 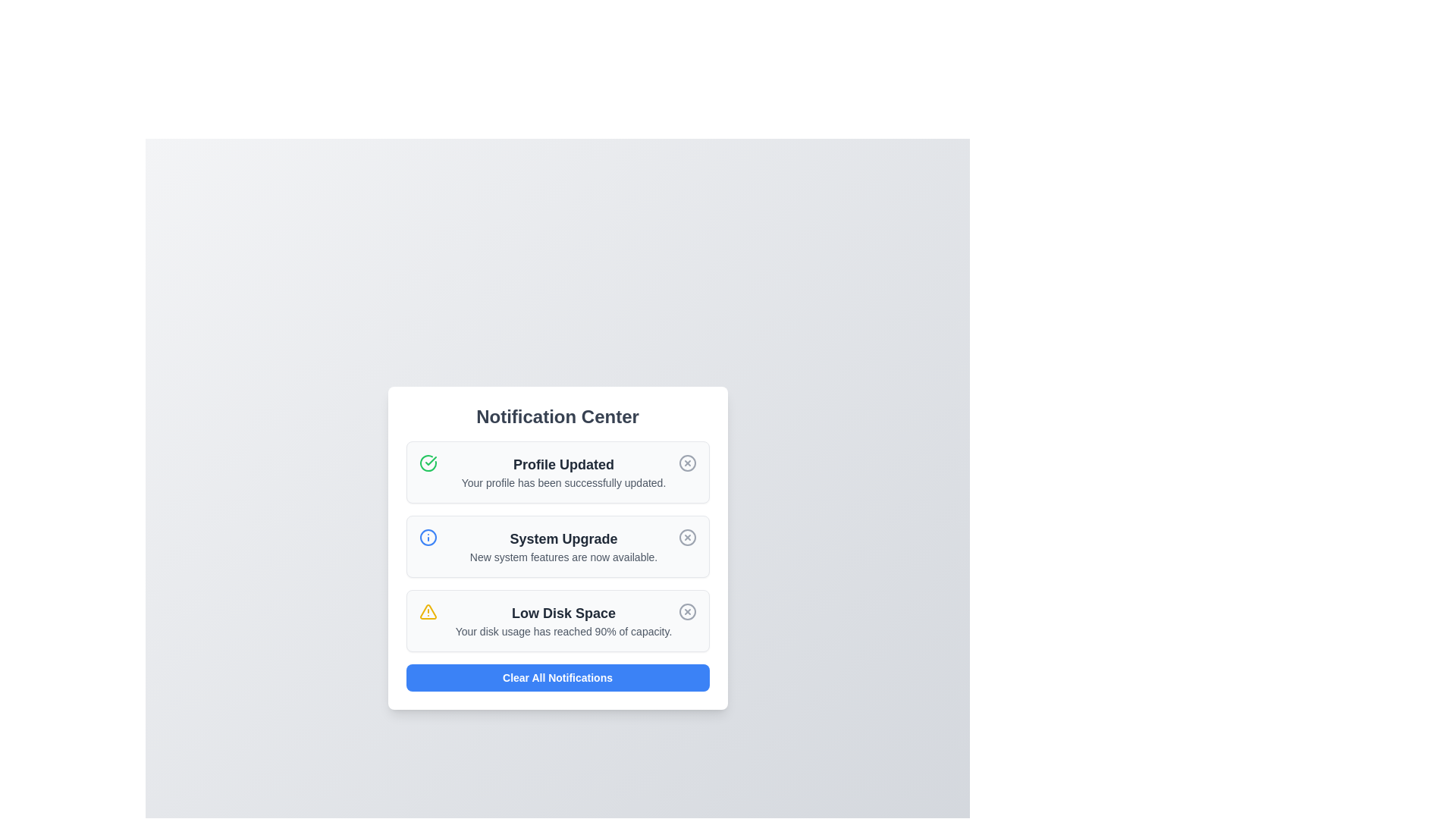 I want to click on the textual header 'Notification Center' which is styled in bold gray font and positioned at the top of the notification panel, so click(x=557, y=417).